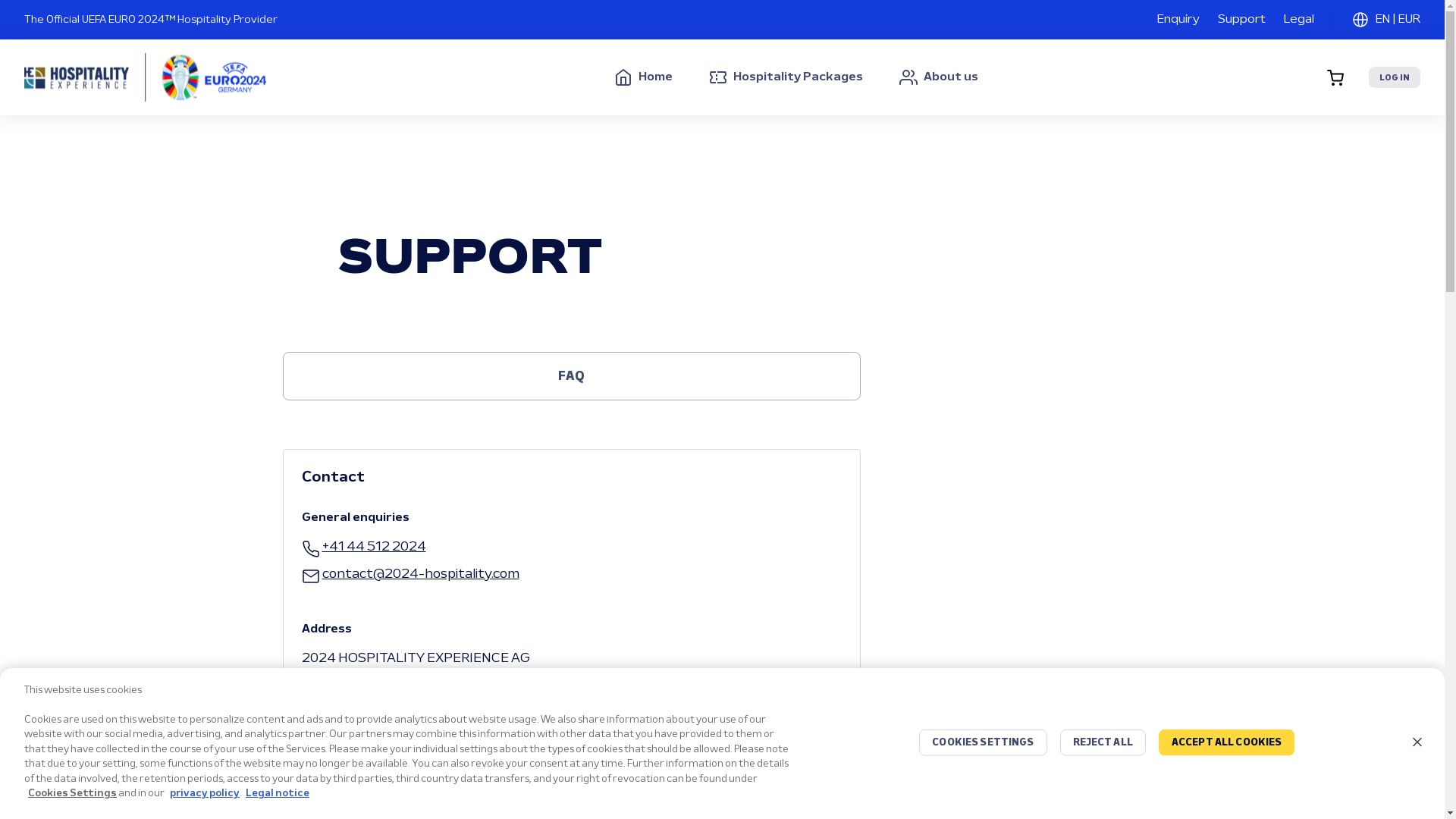 The image size is (1456, 819). I want to click on 'Hospitality Packages', so click(708, 77).